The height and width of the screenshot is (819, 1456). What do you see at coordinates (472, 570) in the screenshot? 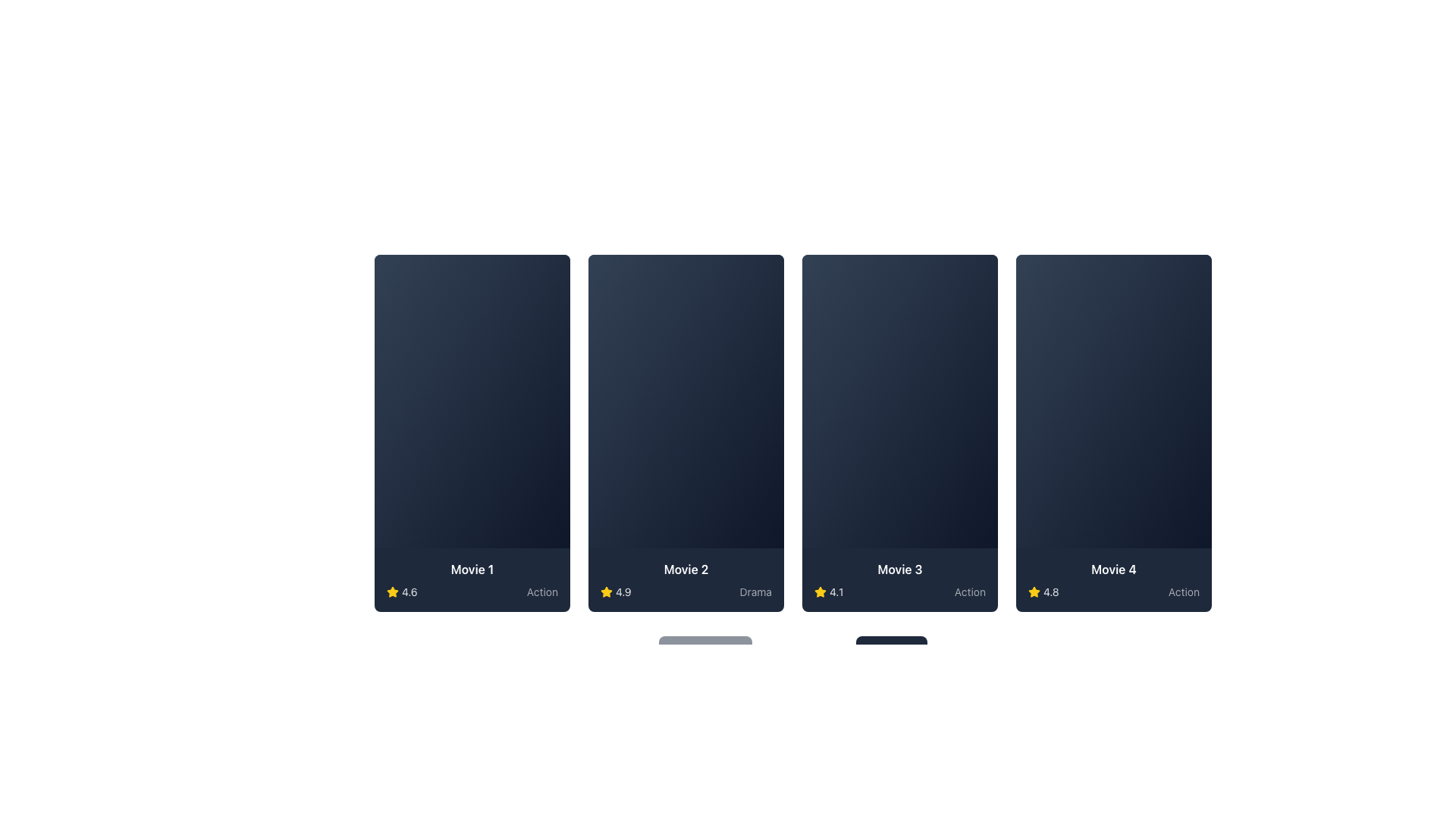
I see `the text label displaying the movie title at the top center of the bottom section of the first card in the four-card layout` at bounding box center [472, 570].